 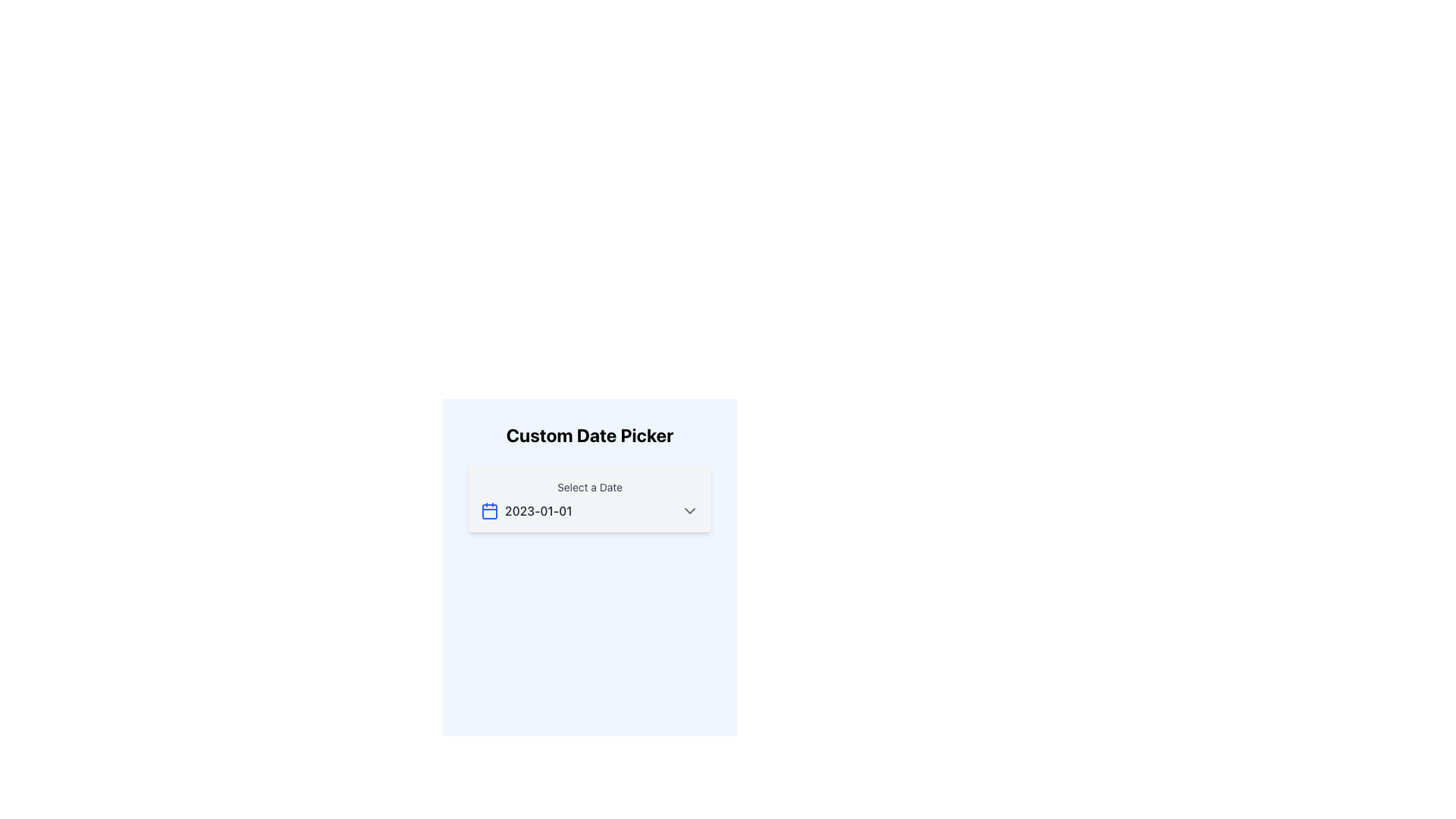 I want to click on the blue calendar icon with a rounded rectangular outline, located to the left of the date display text '2023-01-01', so click(x=490, y=511).